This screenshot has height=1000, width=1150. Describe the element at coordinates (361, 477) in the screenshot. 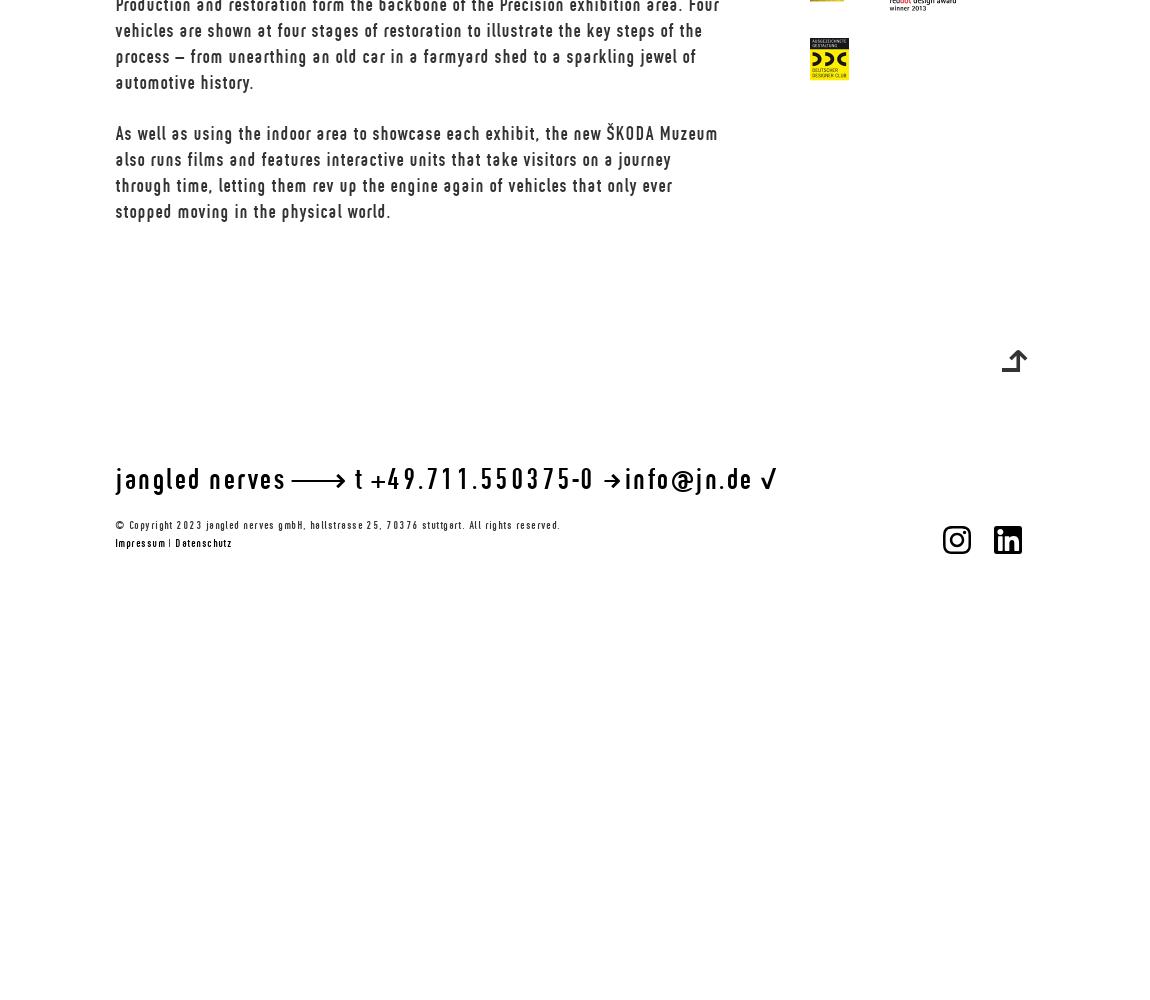

I see `'t'` at that location.